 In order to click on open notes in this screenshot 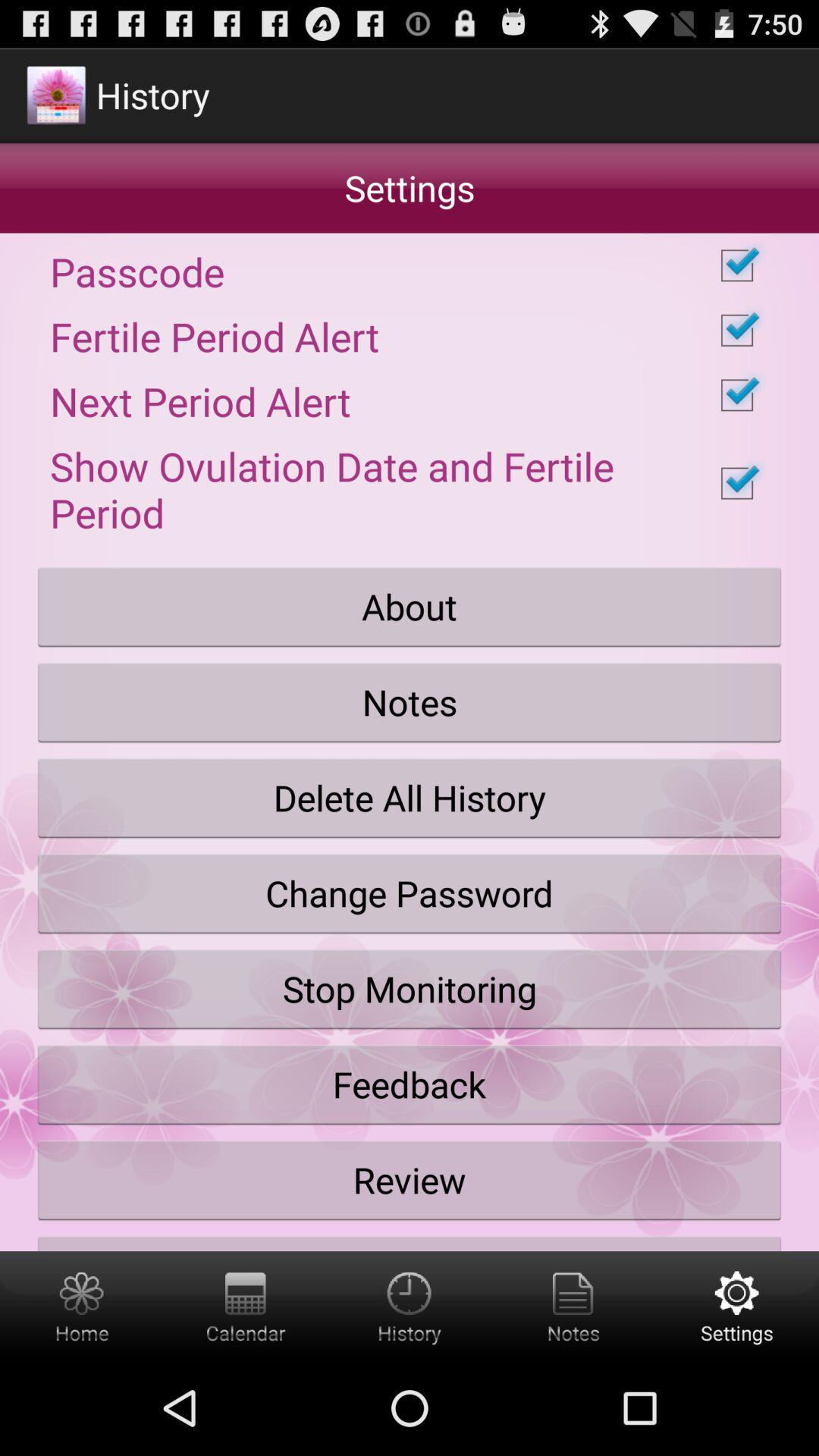, I will do `click(573, 1305)`.